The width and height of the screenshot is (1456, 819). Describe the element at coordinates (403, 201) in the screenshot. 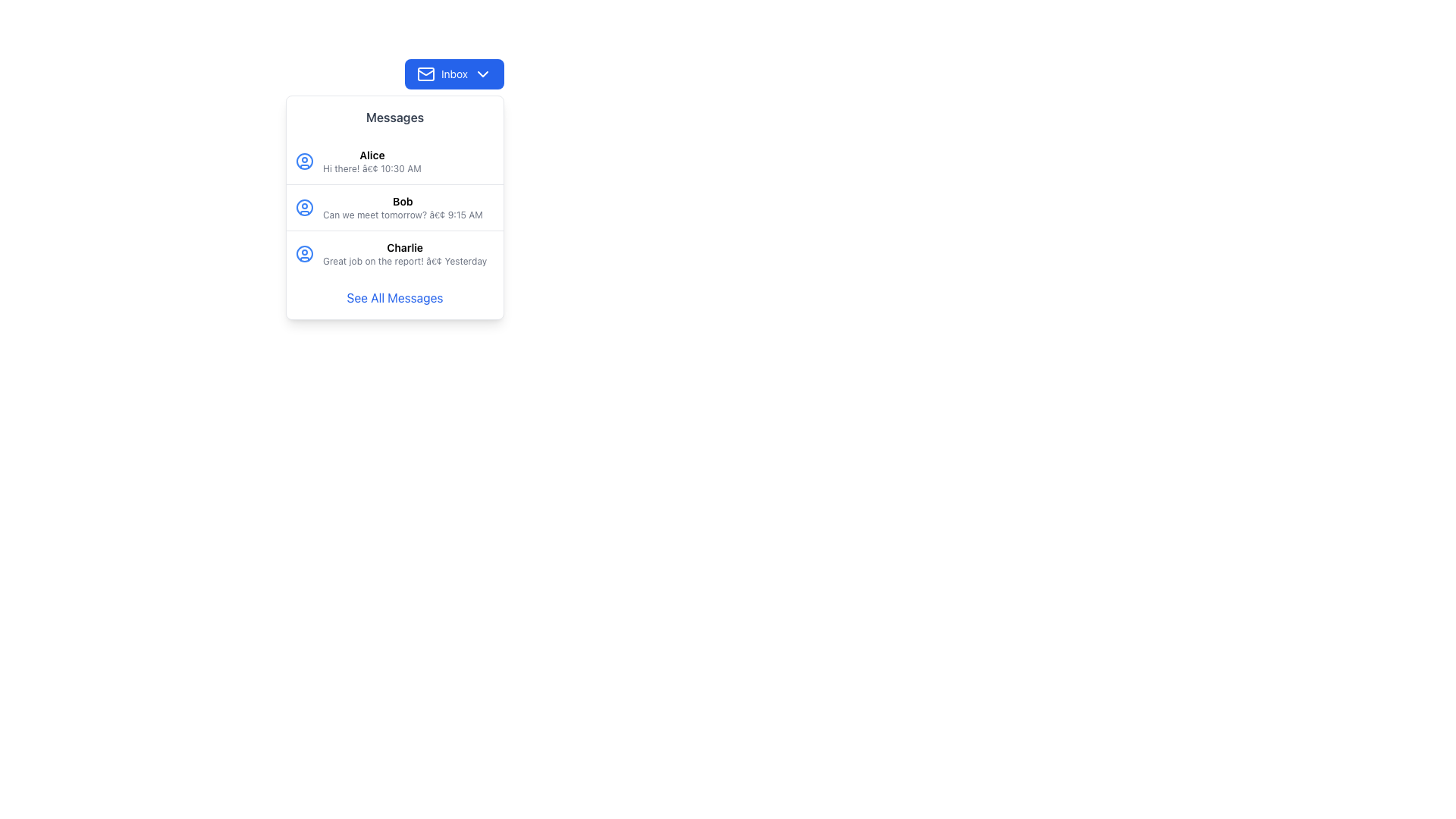

I see `the content of the text label displaying the sender's name in the message list, located between 'Alice' and 'Charlie'` at that location.